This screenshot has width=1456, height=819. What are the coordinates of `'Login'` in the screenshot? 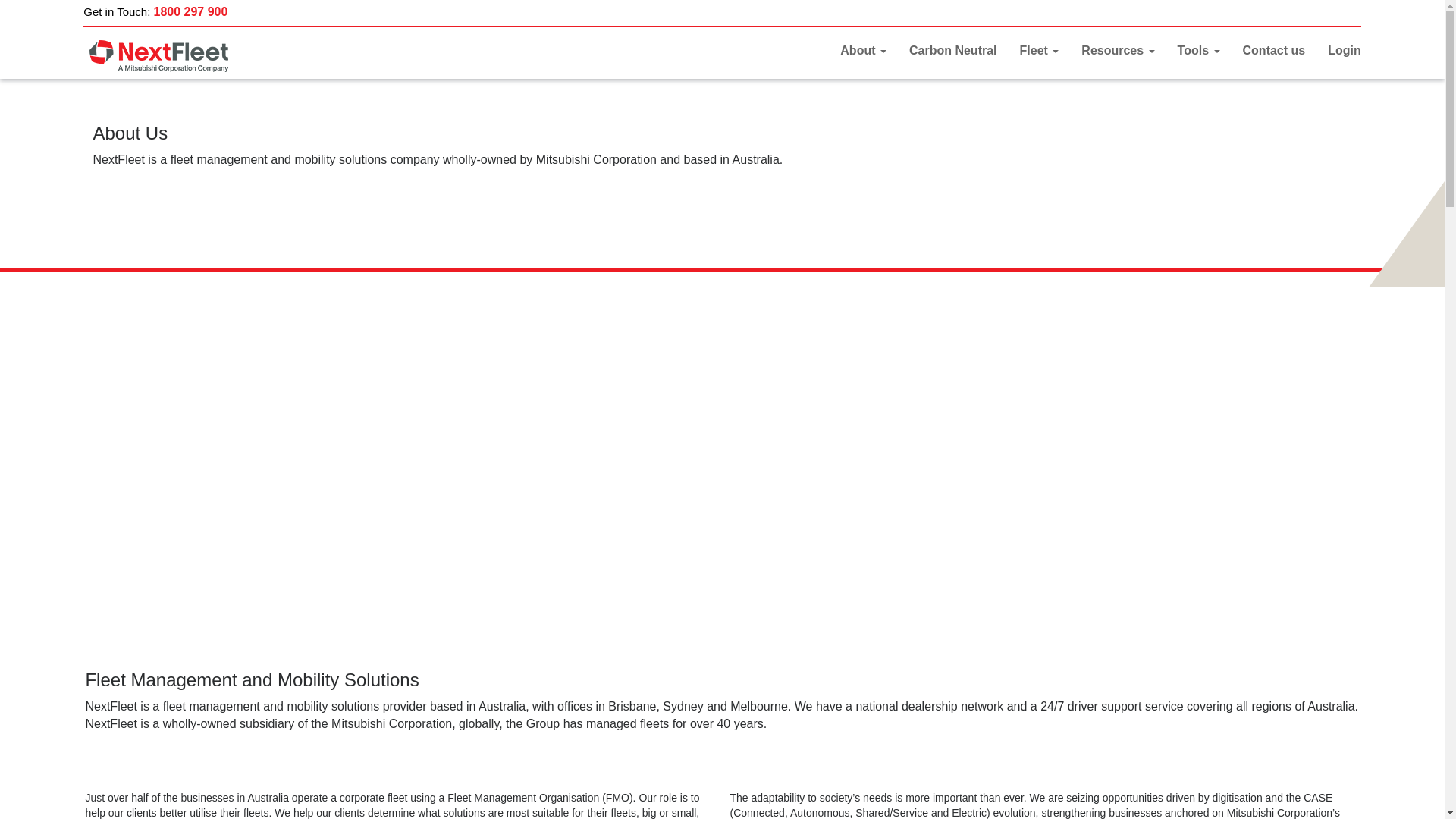 It's located at (1344, 49).